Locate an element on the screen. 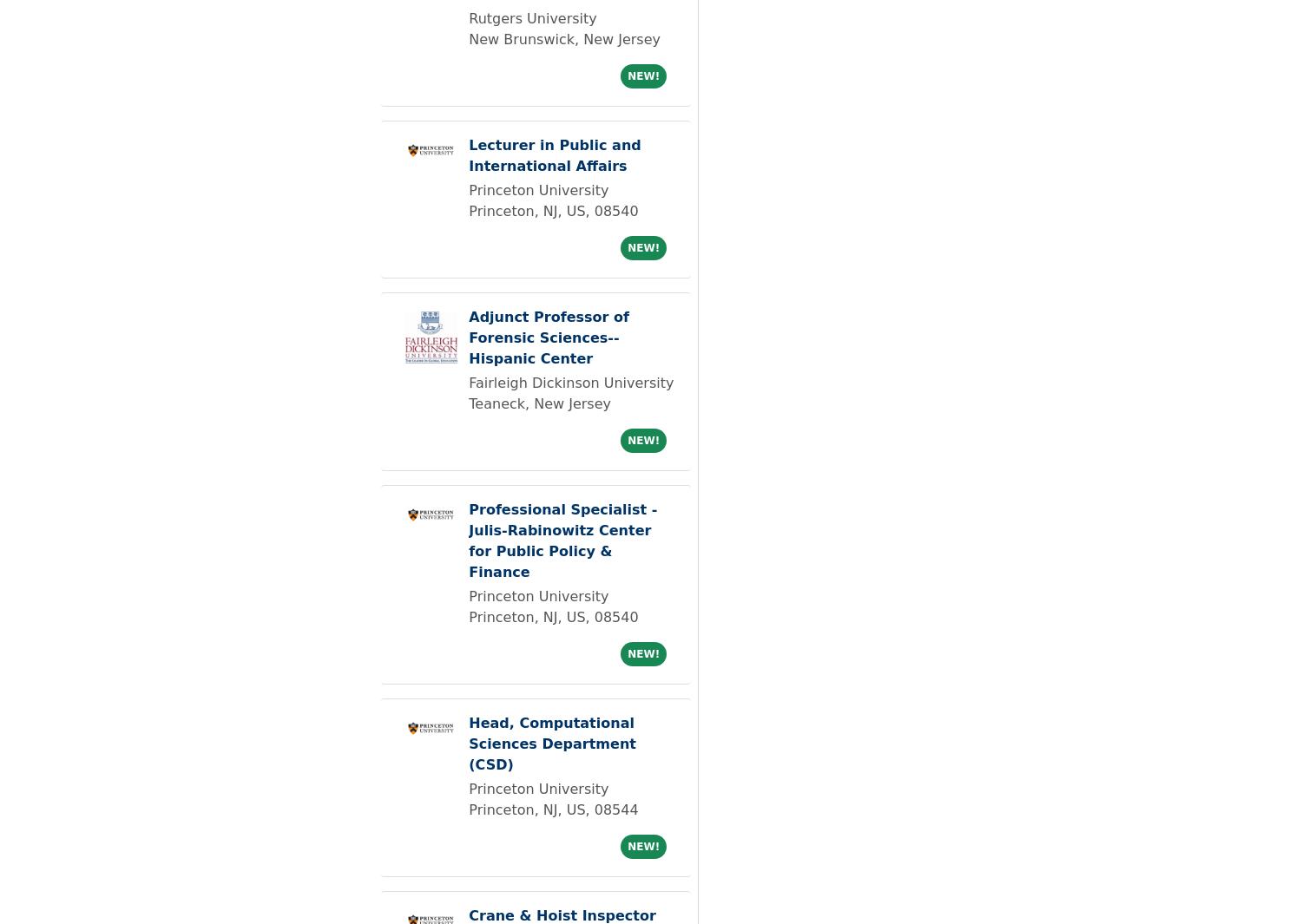  'Head, Computational Sciences Department (CSD)' is located at coordinates (469, 744).